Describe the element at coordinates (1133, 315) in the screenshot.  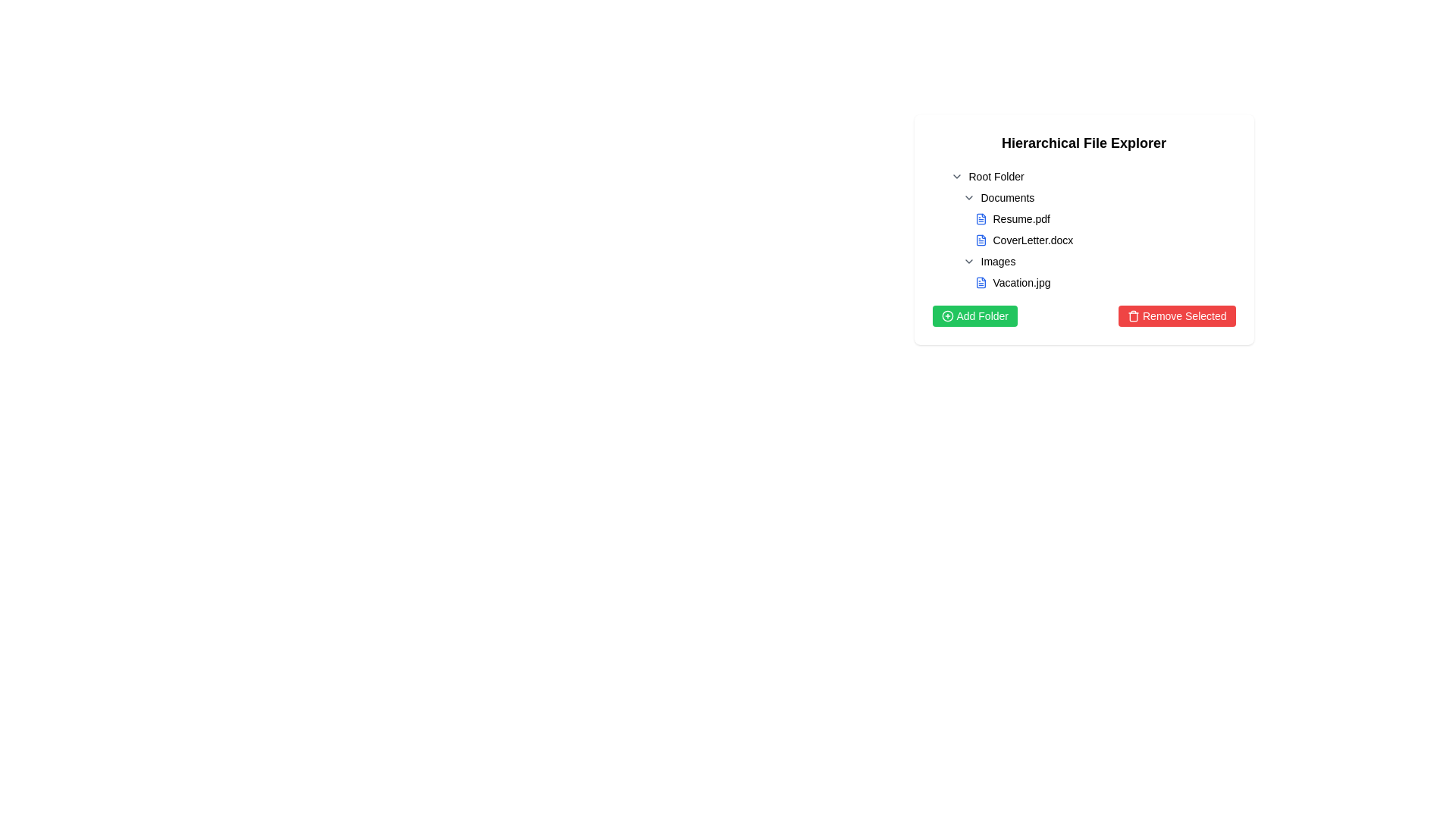
I see `the deletion icon located to the left of the 'Remove Selected' button, which visually represents the deletion action` at that location.